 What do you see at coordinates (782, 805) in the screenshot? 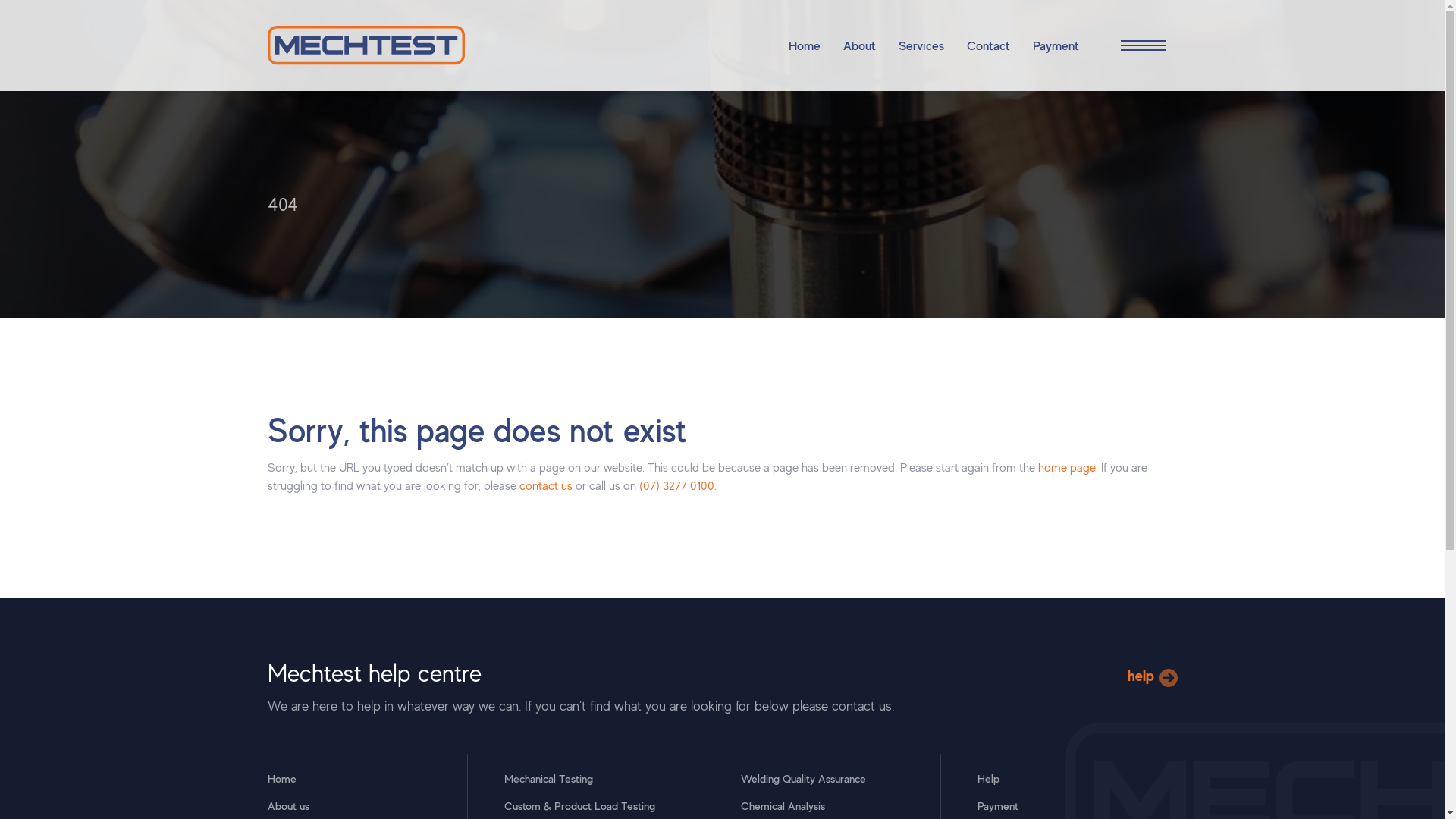
I see `'Chemical Analysis'` at bounding box center [782, 805].